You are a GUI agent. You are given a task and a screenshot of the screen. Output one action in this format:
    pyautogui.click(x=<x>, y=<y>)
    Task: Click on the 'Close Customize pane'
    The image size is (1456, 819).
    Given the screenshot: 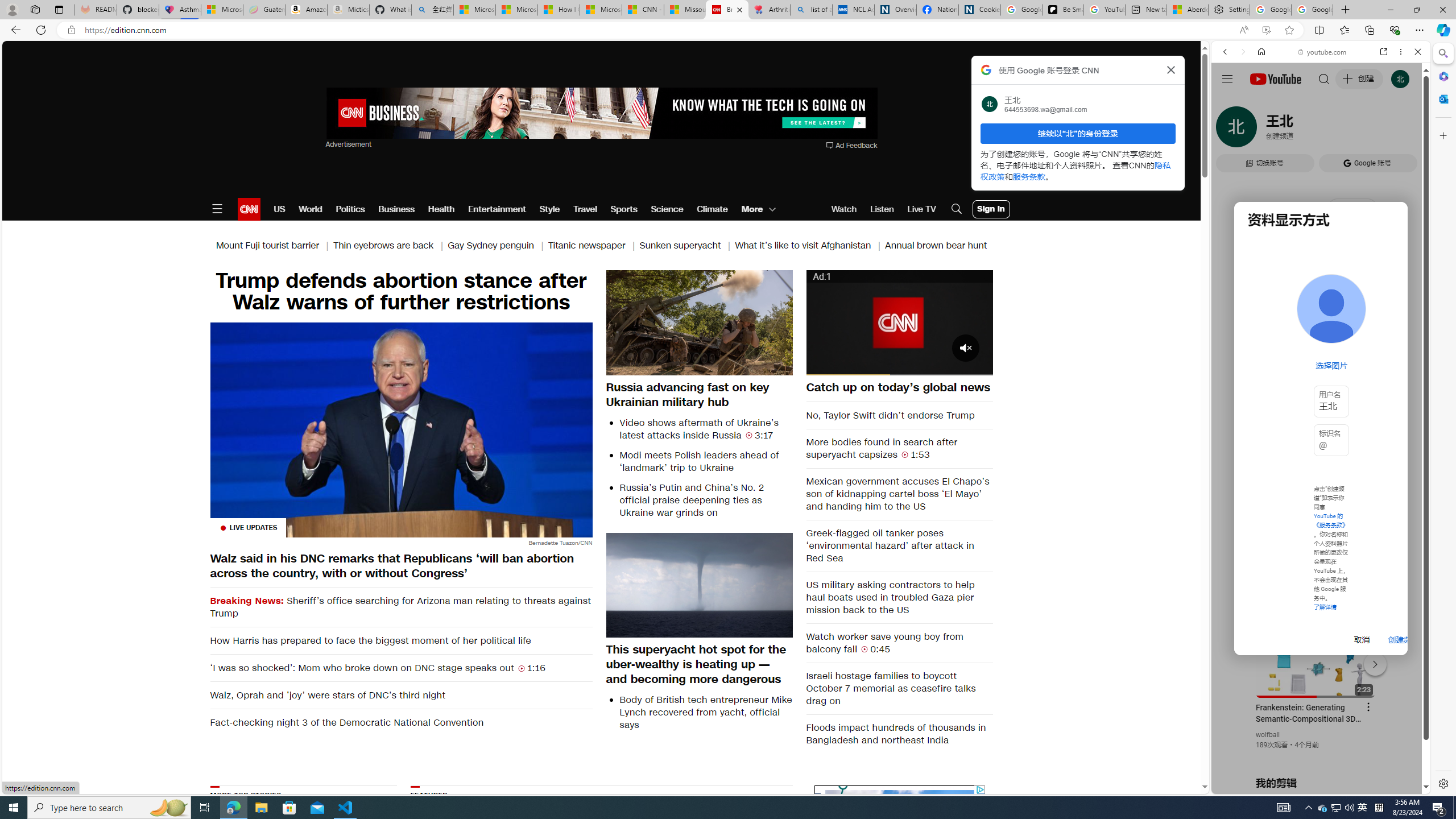 What is the action you would take?
    pyautogui.click(x=1442, y=135)
    